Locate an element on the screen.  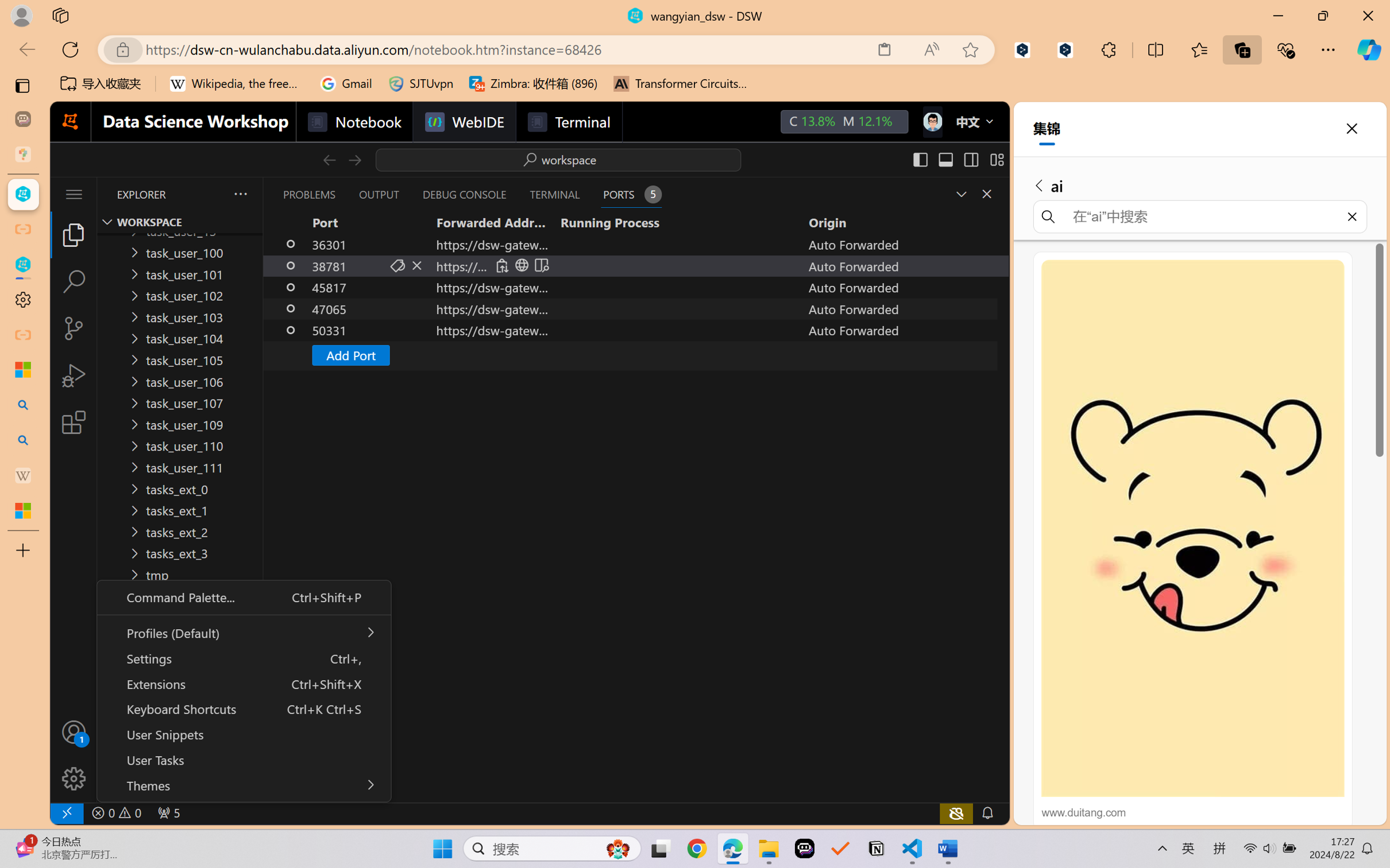
'Stop Forwarding Port (Delete)' is located at coordinates (417, 265).